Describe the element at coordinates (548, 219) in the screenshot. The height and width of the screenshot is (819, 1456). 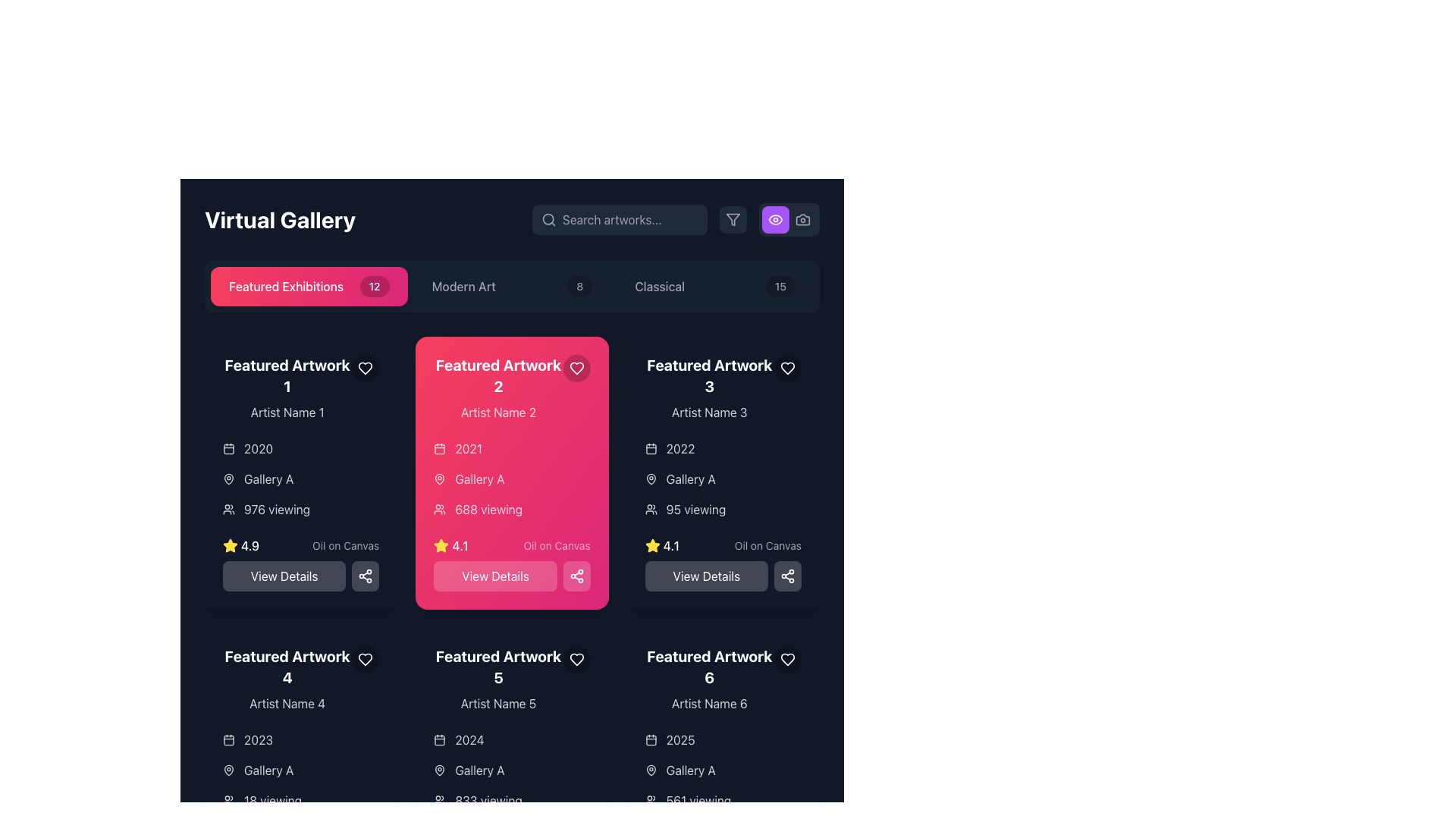
I see `the search icon represented by a magnifying glass located near the top-right corner of the interface, adjacent to the 'Search artworks...' input field` at that location.